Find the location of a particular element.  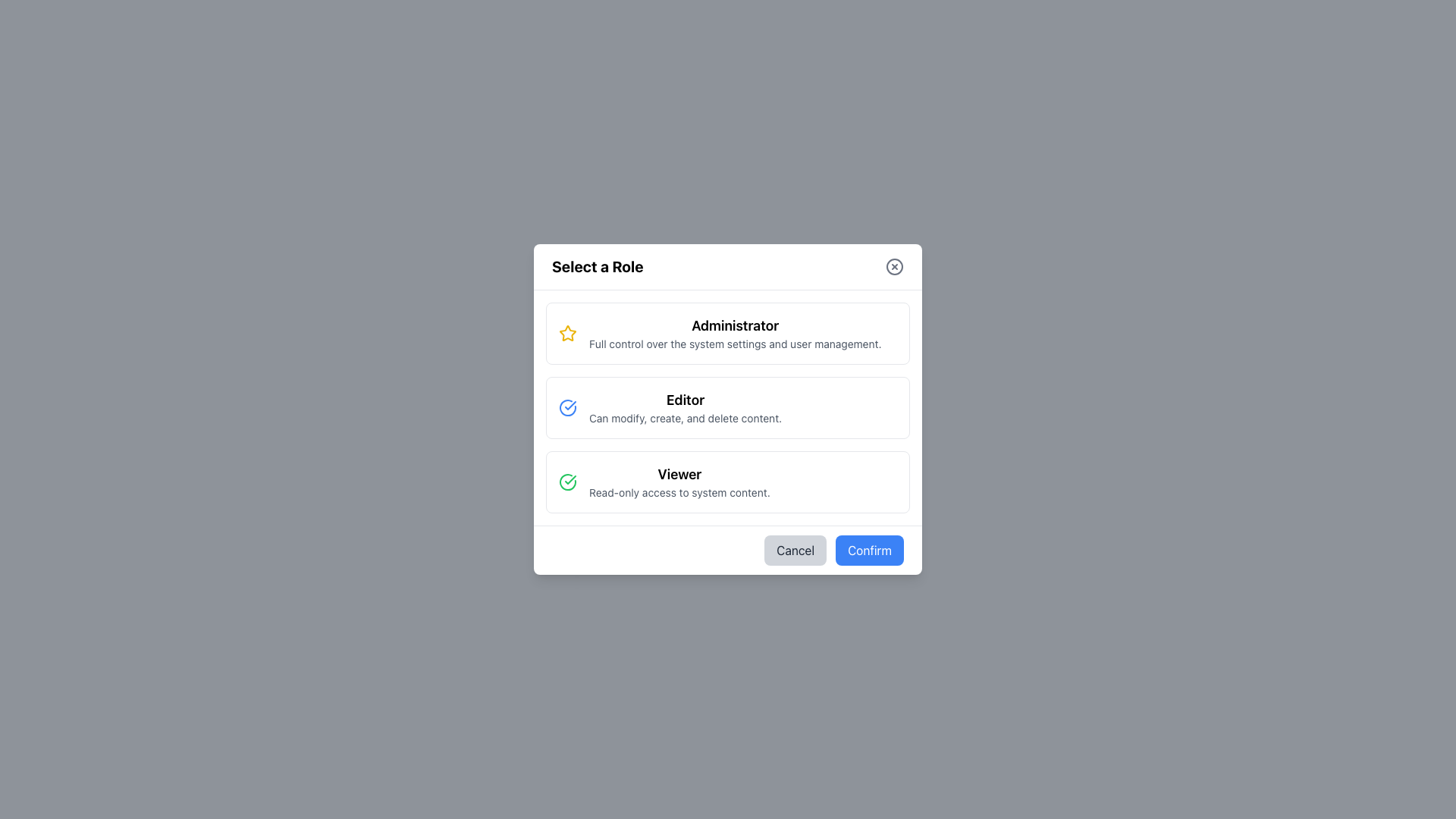

the Close Button, which is a circular button with an 'X' icon, located at the top-right corner of the dialog box next to the header 'Select a Role' is located at coordinates (895, 265).